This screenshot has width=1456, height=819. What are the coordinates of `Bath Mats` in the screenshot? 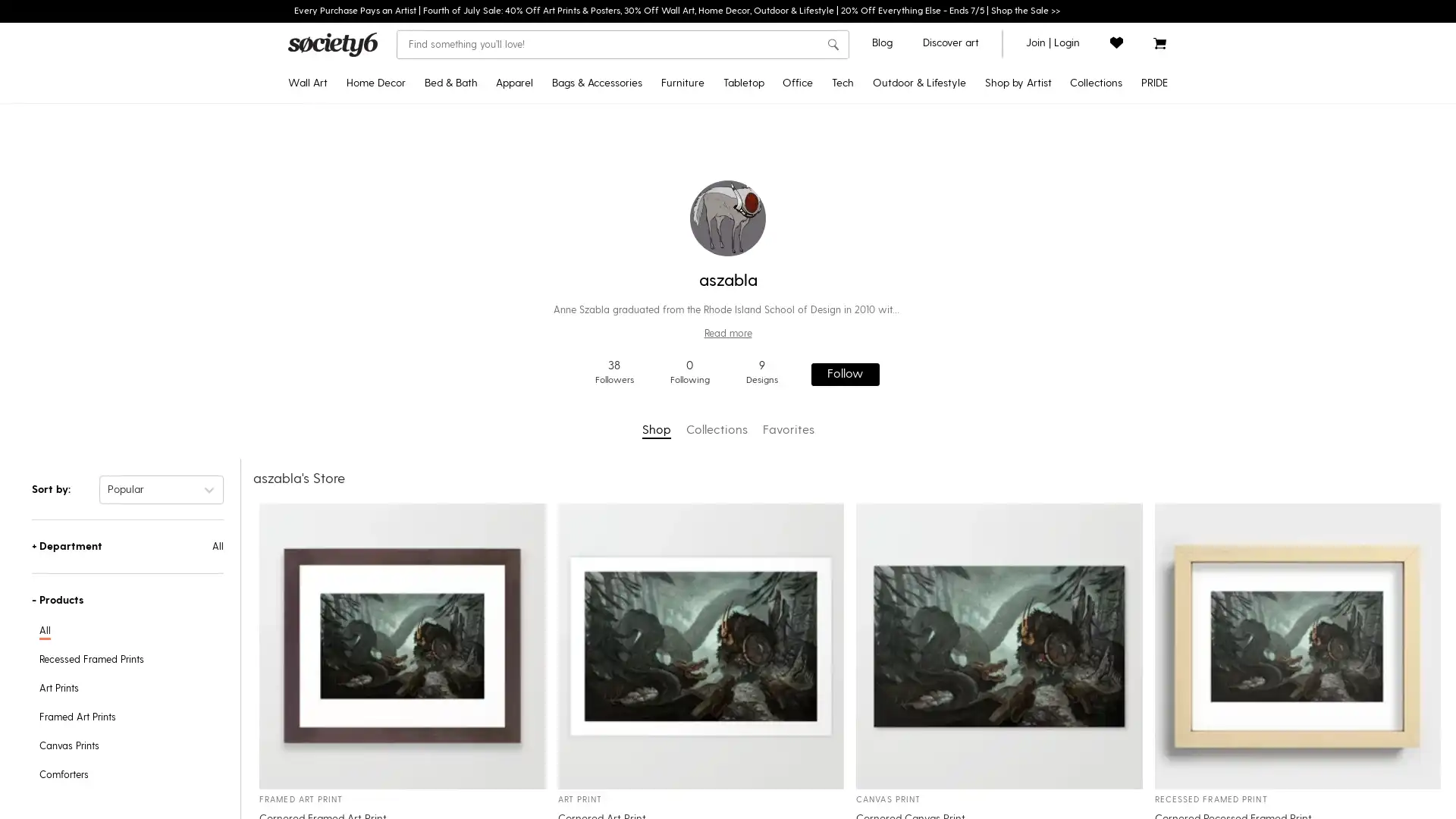 It's located at (483, 219).